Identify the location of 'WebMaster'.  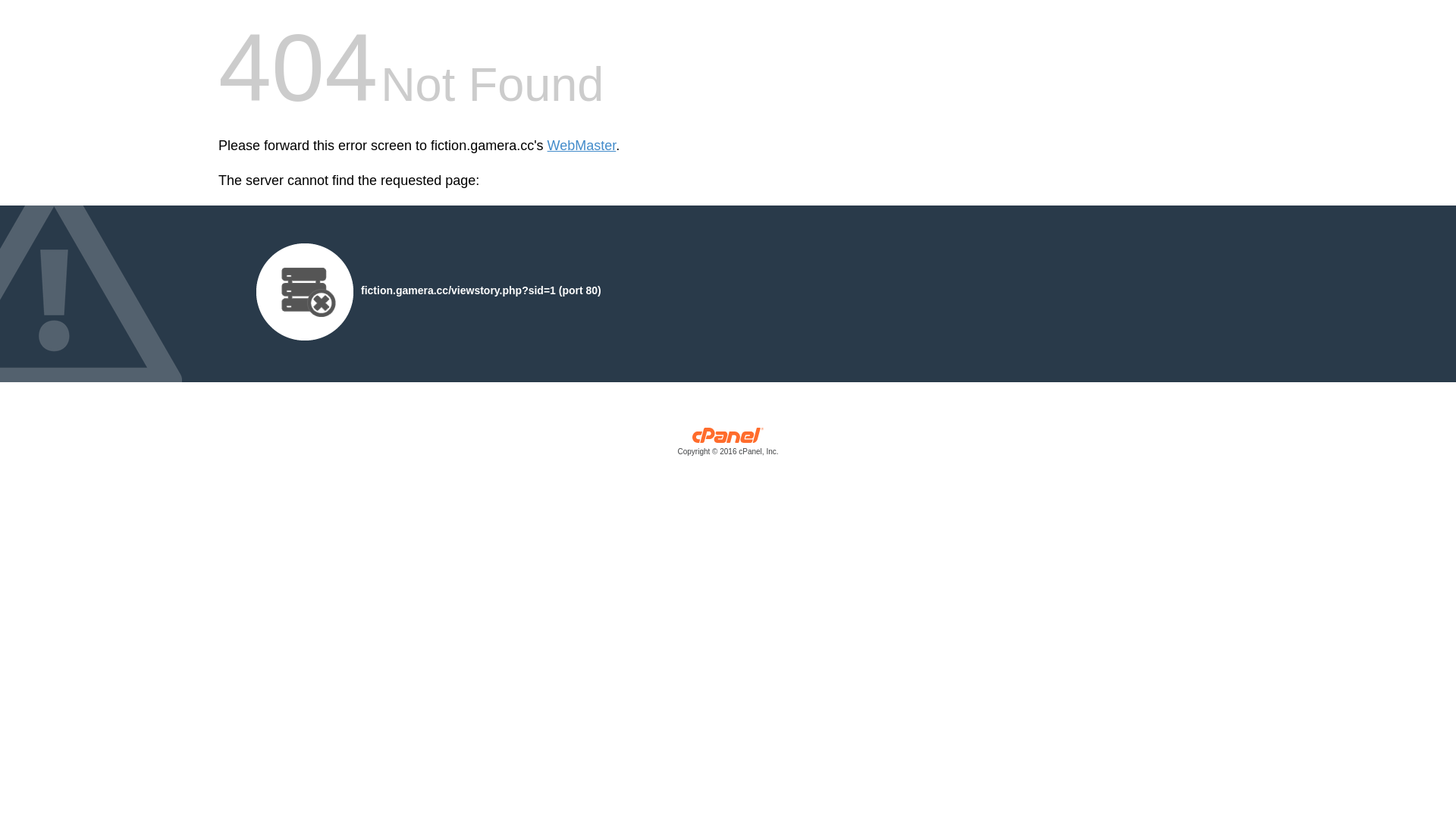
(581, 146).